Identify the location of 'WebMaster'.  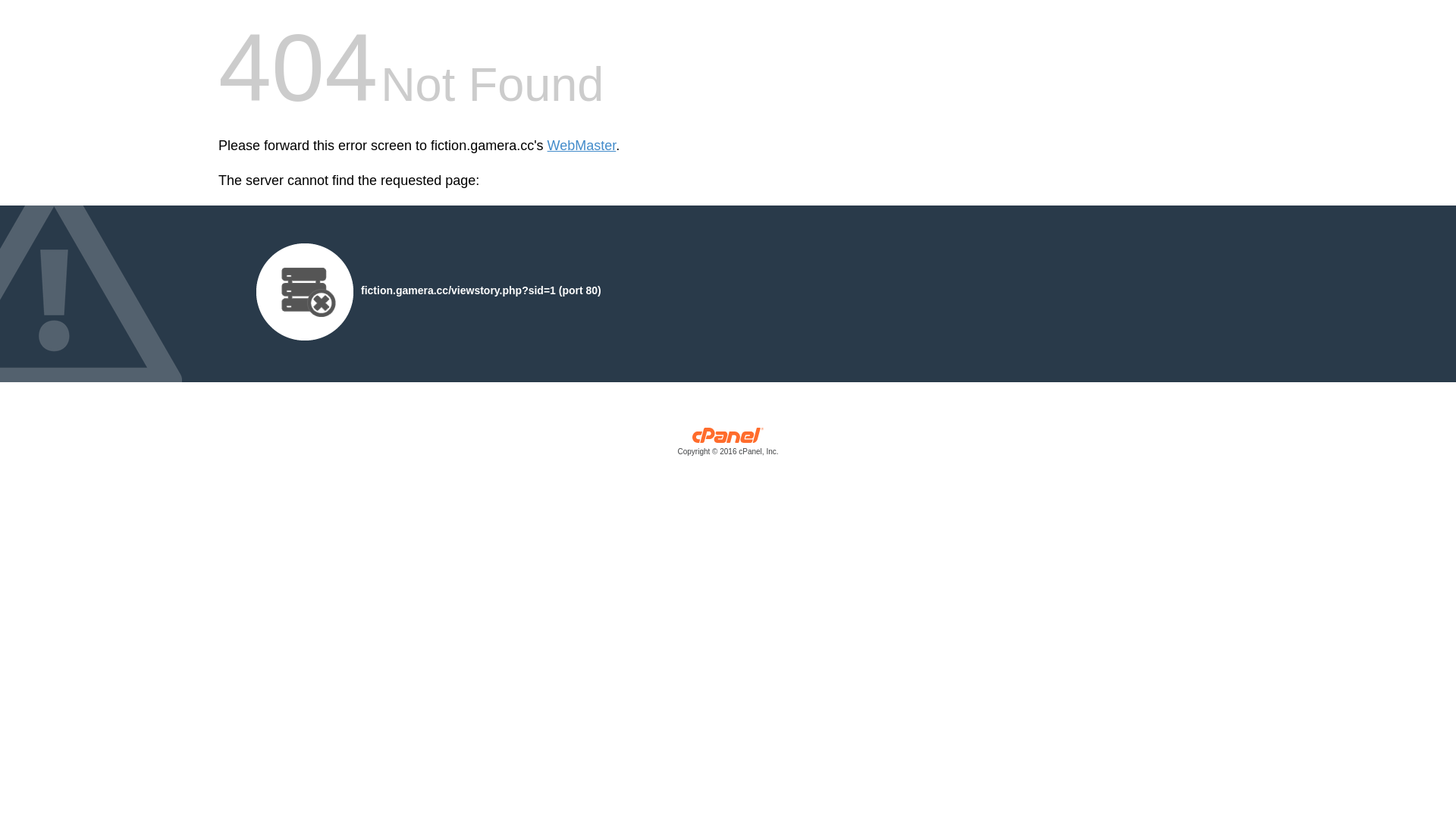
(581, 146).